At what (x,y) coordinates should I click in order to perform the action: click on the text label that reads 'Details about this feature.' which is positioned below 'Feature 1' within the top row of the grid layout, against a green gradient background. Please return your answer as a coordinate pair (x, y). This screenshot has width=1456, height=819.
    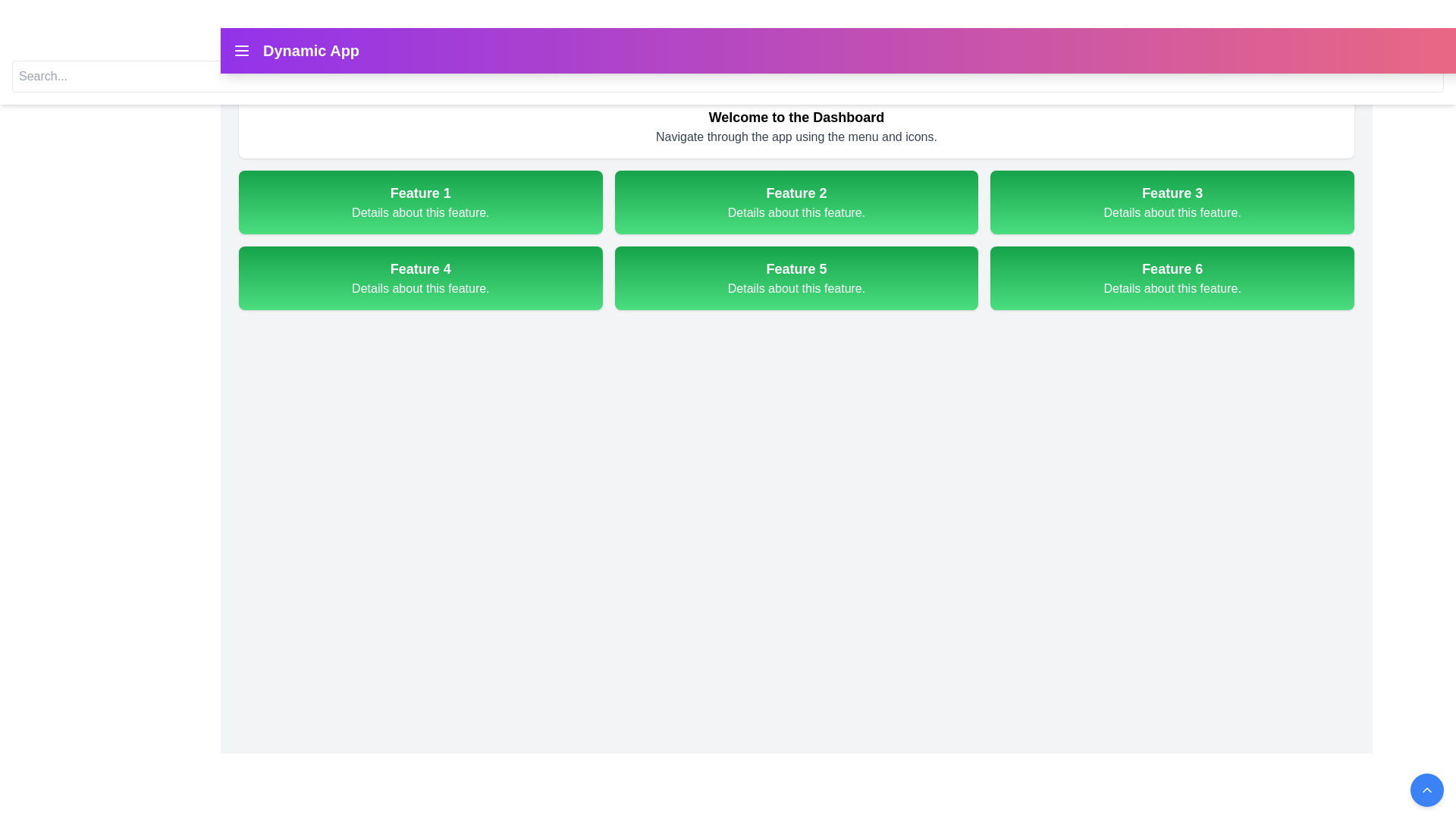
    Looking at the image, I should click on (420, 213).